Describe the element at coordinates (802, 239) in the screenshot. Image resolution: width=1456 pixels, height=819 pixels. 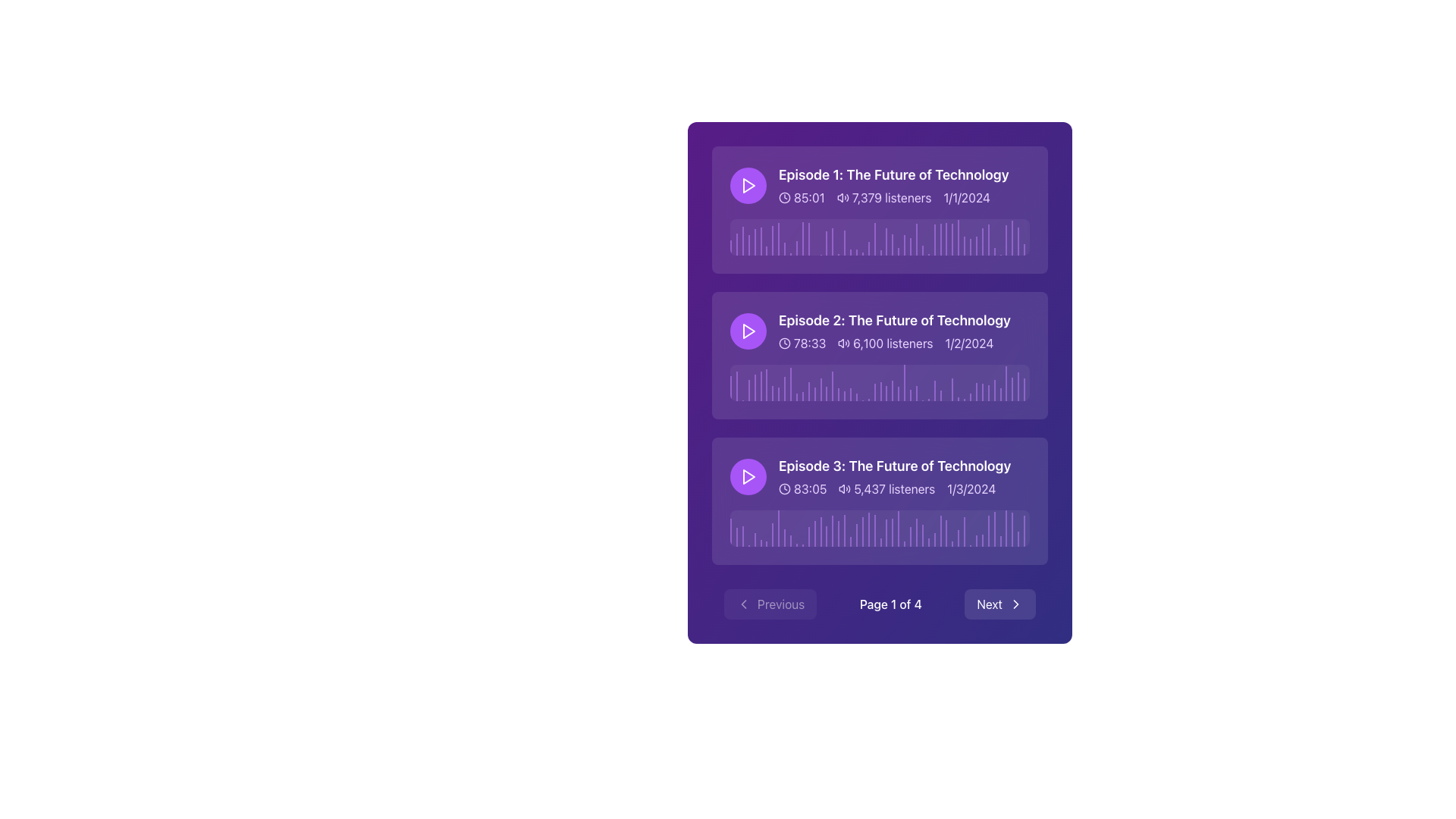
I see `the 13th vertical bar segment of the progress indicator in the audio playback waveform by clicking on it` at that location.